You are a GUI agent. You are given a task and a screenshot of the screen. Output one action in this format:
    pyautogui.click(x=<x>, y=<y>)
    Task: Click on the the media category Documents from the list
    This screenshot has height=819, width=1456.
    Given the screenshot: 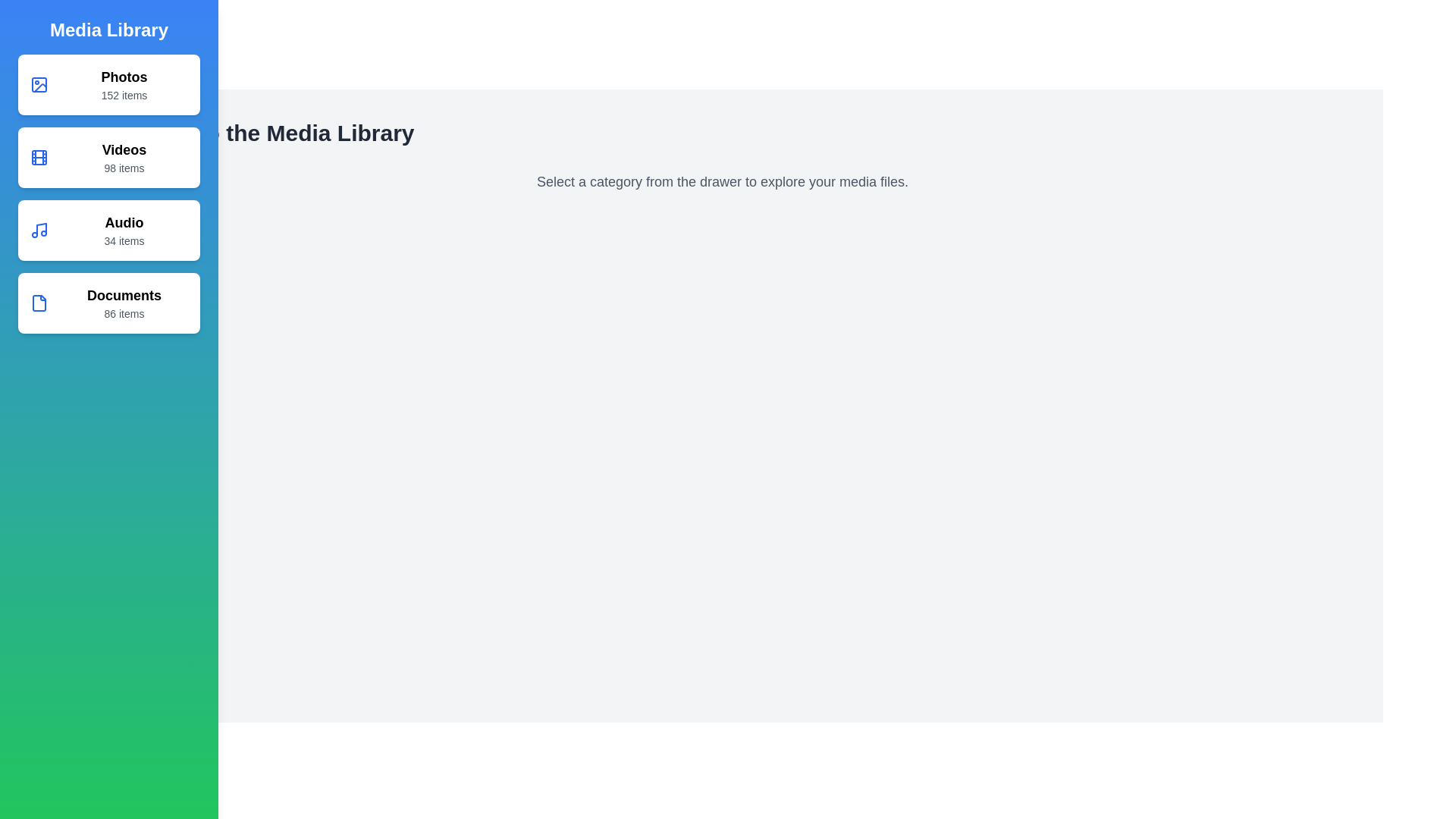 What is the action you would take?
    pyautogui.click(x=108, y=303)
    